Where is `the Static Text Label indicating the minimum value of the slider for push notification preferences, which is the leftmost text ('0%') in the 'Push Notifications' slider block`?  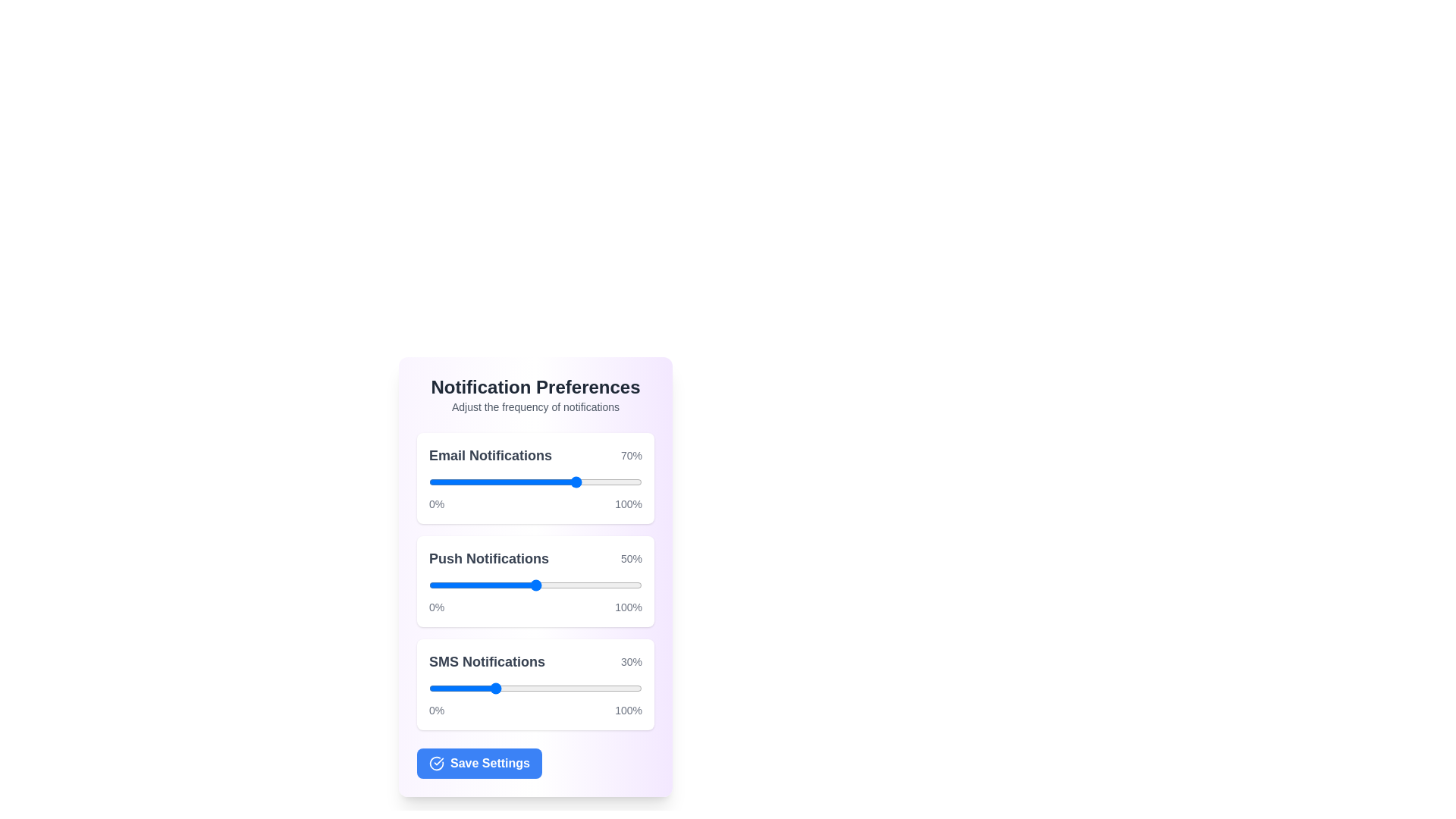 the Static Text Label indicating the minimum value of the slider for push notification preferences, which is the leftmost text ('0%') in the 'Push Notifications' slider block is located at coordinates (436, 607).